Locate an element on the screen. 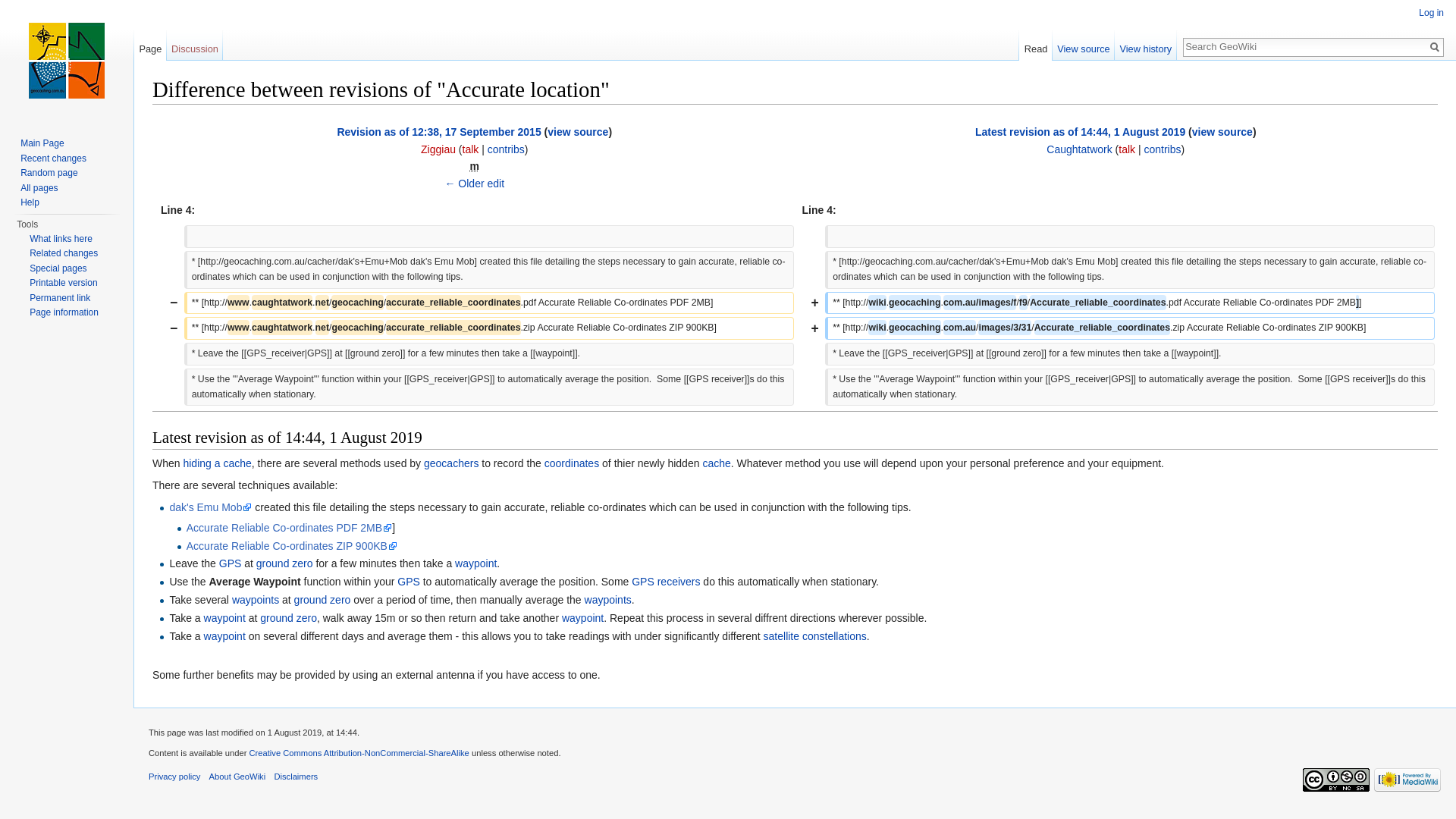 The width and height of the screenshot is (1456, 819). 'waypoints' is located at coordinates (231, 598).